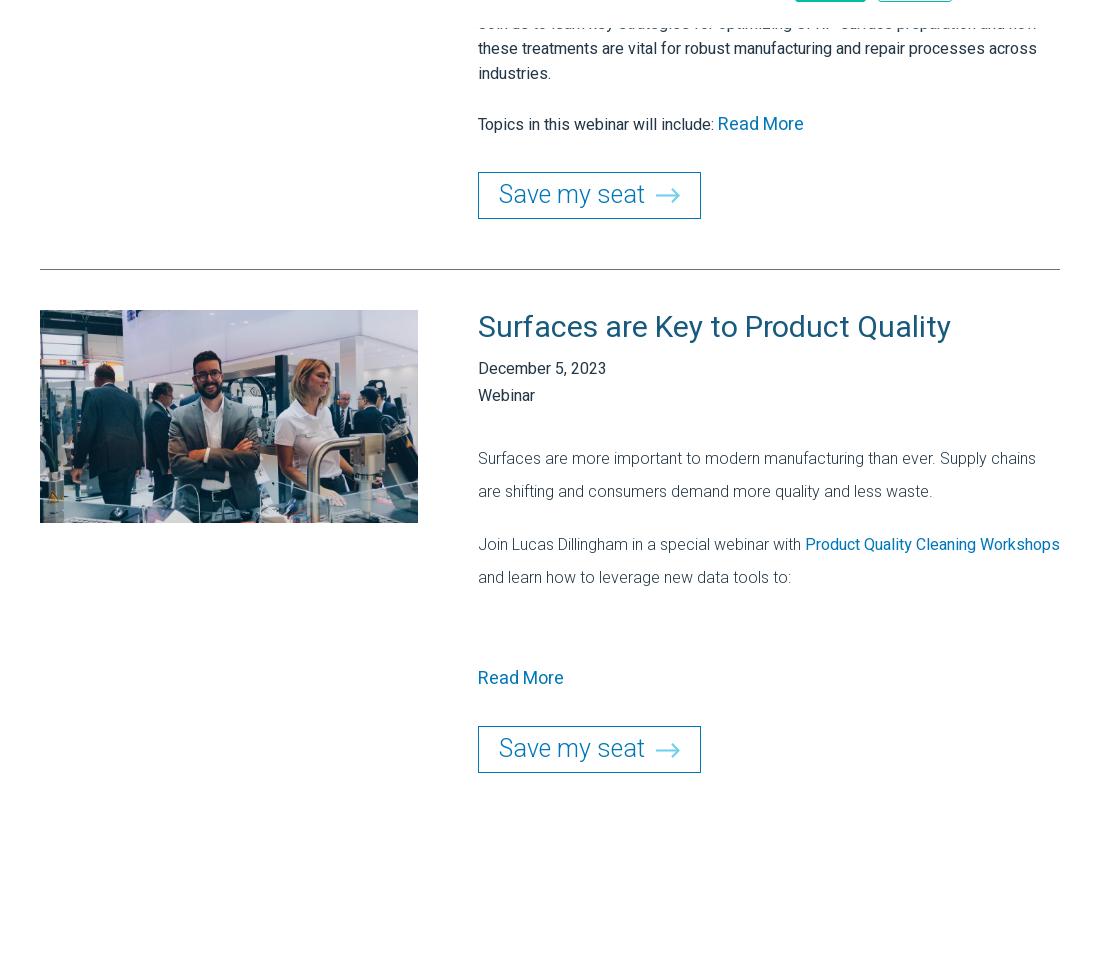  Describe the element at coordinates (932, 545) in the screenshot. I see `'Product Quality Cleaning Workshops'` at that location.